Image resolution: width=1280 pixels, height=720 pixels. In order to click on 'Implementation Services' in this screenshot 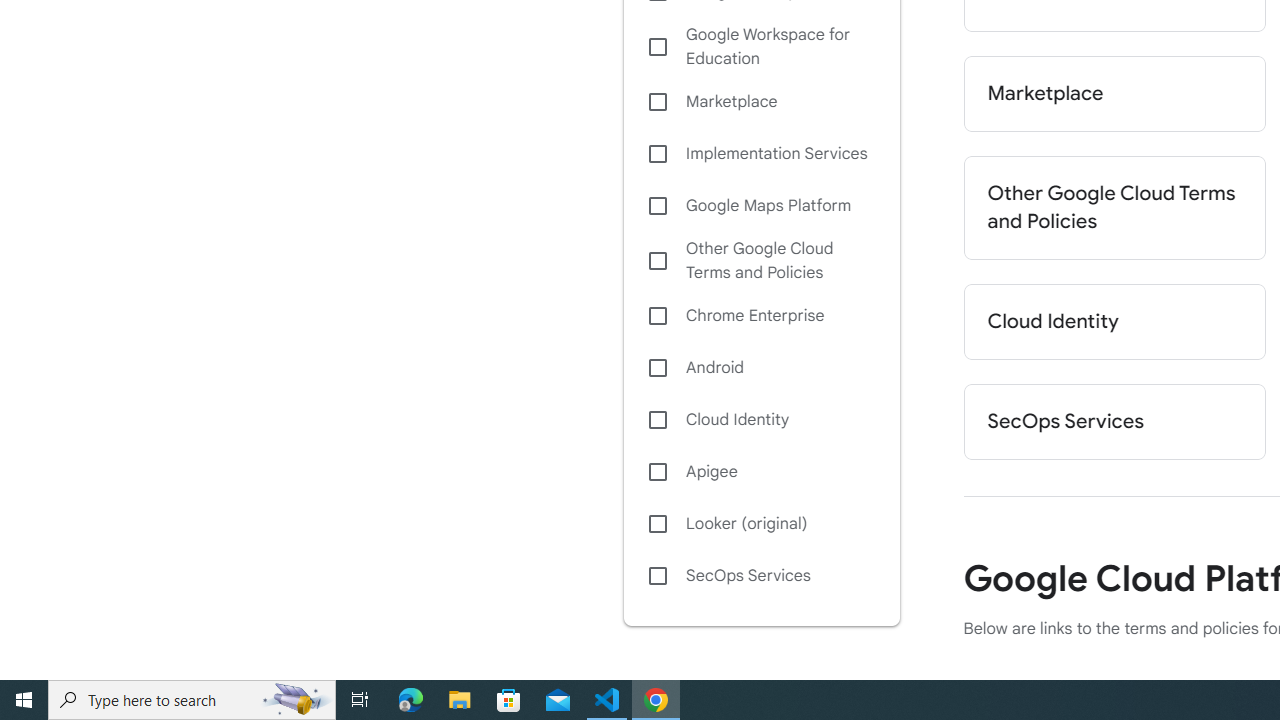, I will do `click(760, 153)`.